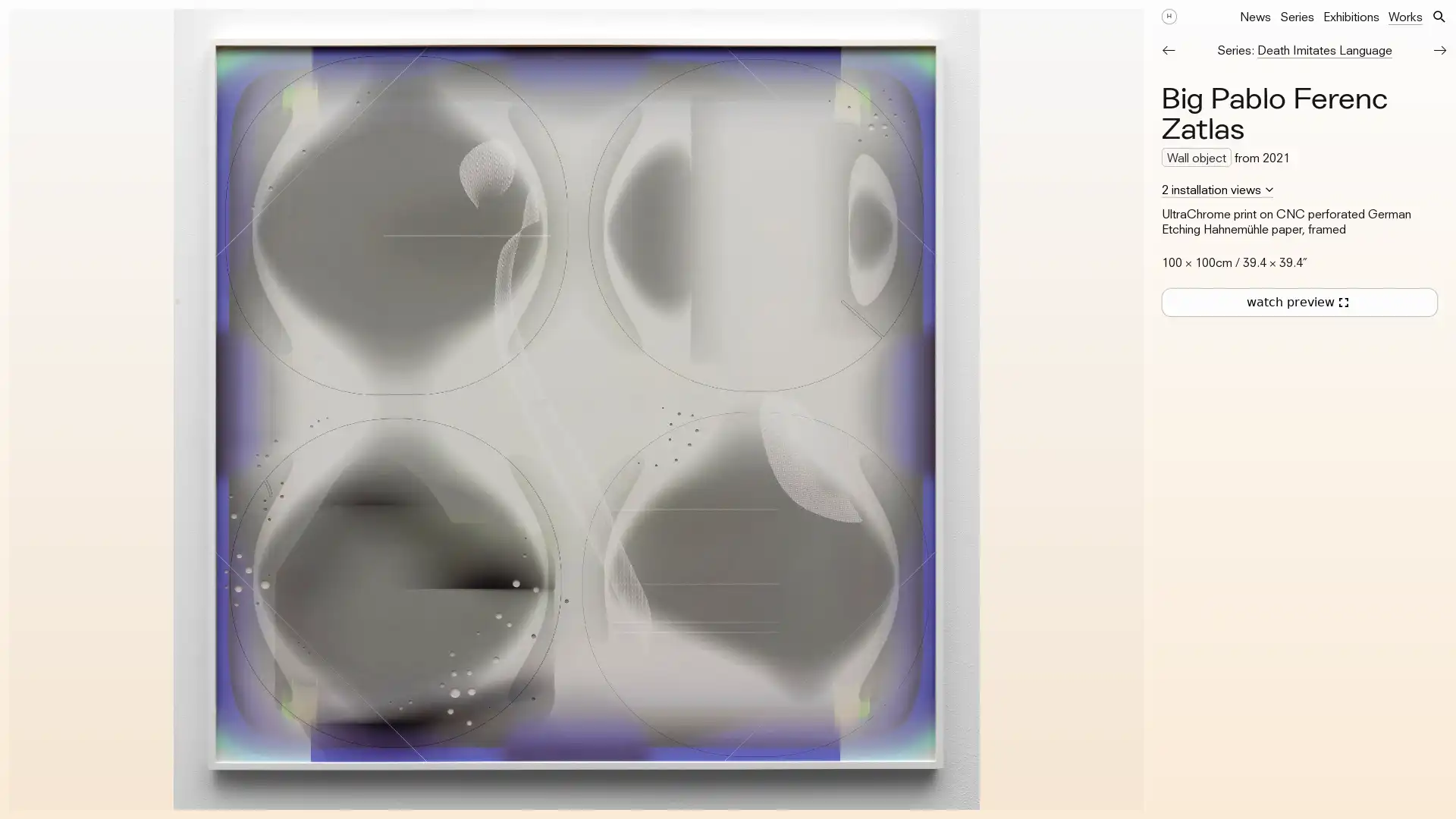 Image resolution: width=1456 pixels, height=819 pixels. What do you see at coordinates (85, 14) in the screenshot?
I see `Work details` at bounding box center [85, 14].